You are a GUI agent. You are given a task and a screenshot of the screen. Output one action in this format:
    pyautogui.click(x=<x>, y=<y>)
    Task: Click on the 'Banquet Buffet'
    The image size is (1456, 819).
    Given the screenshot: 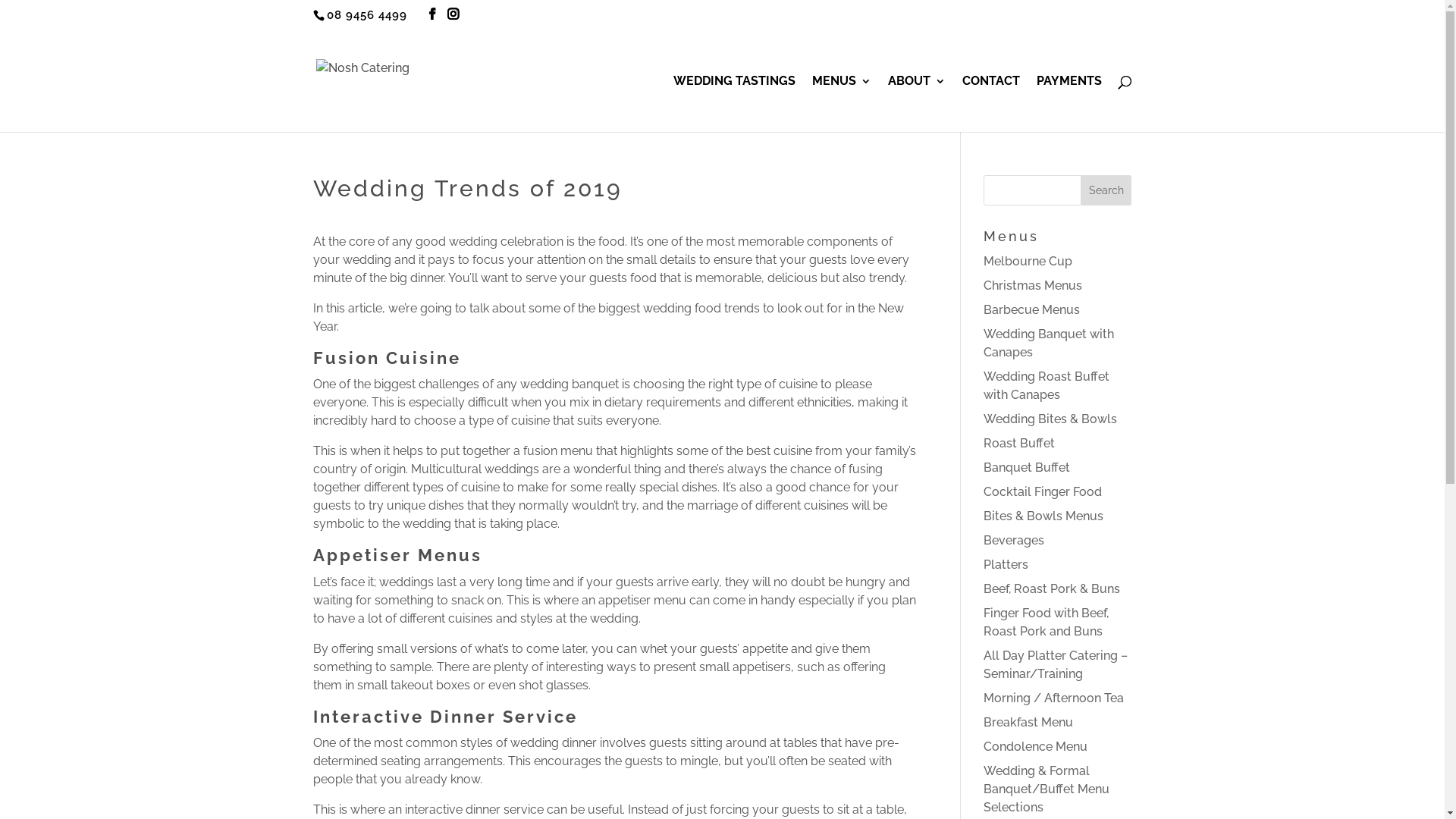 What is the action you would take?
    pyautogui.click(x=983, y=466)
    